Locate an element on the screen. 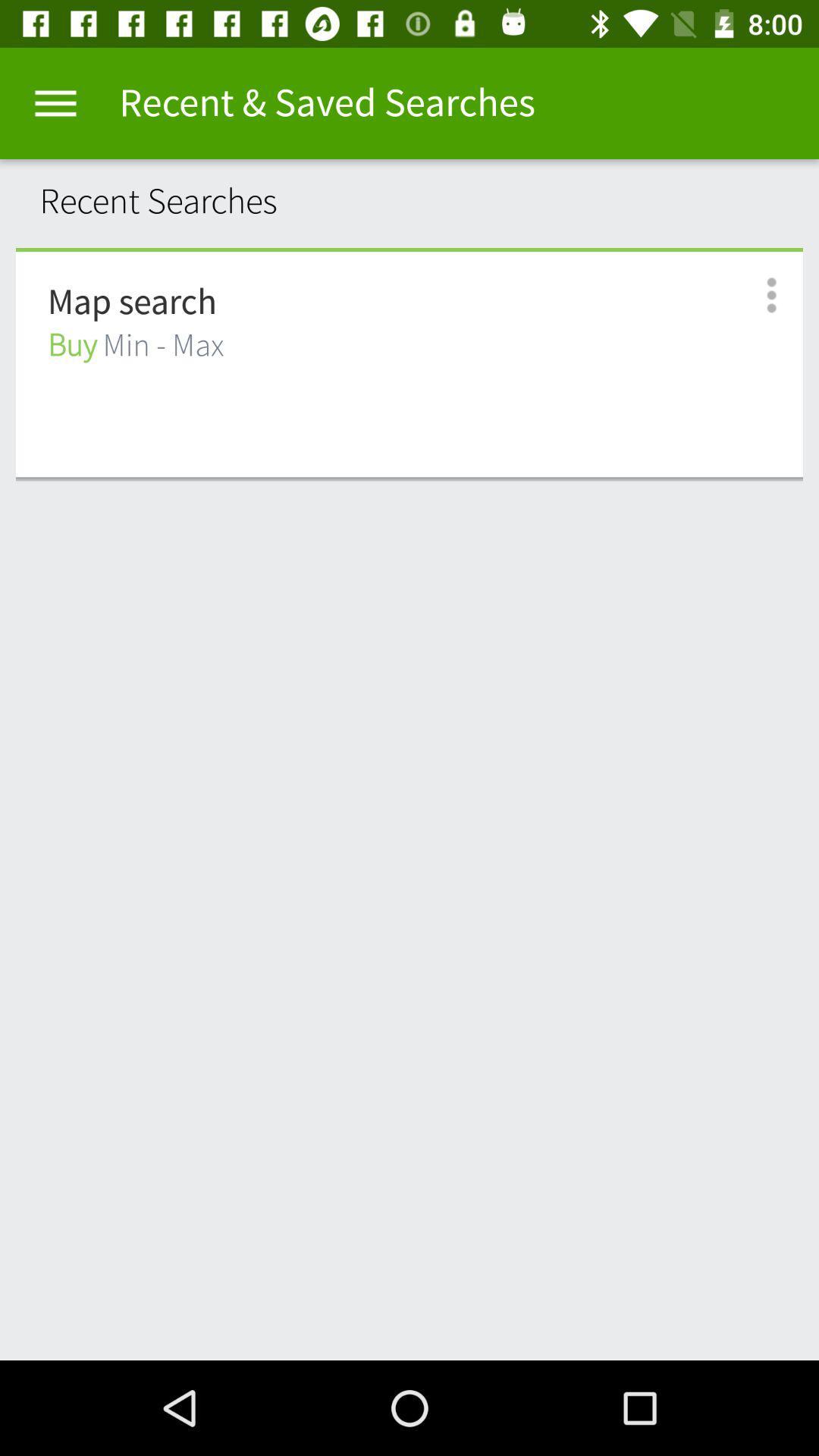 The height and width of the screenshot is (1456, 819). the icon to the left of recent & saved searches is located at coordinates (55, 102).